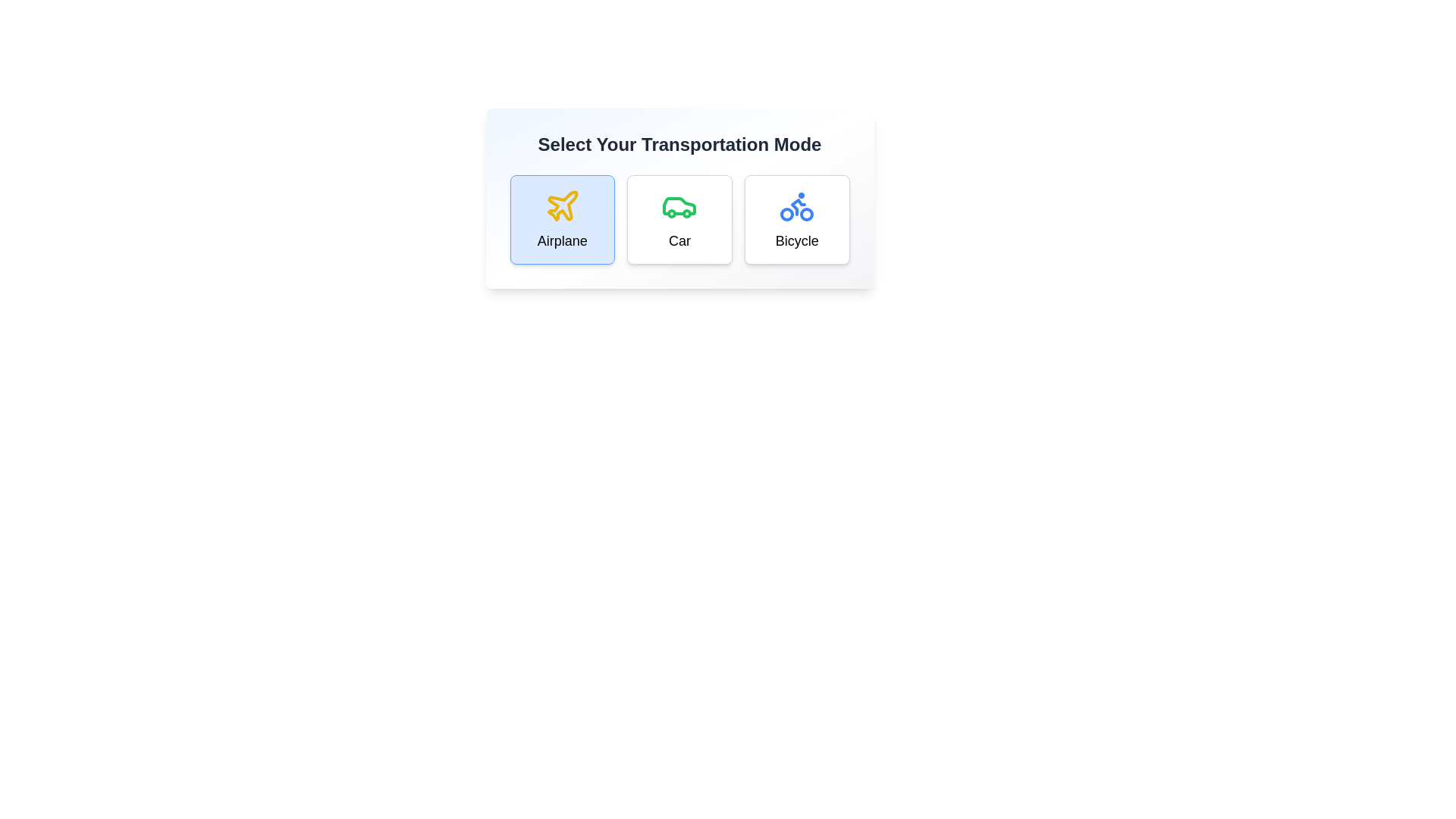 The width and height of the screenshot is (1456, 819). Describe the element at coordinates (787, 214) in the screenshot. I see `the small blue circular shape representing the left wheel of the bicycle icon within the 'Bicycle' button` at that location.